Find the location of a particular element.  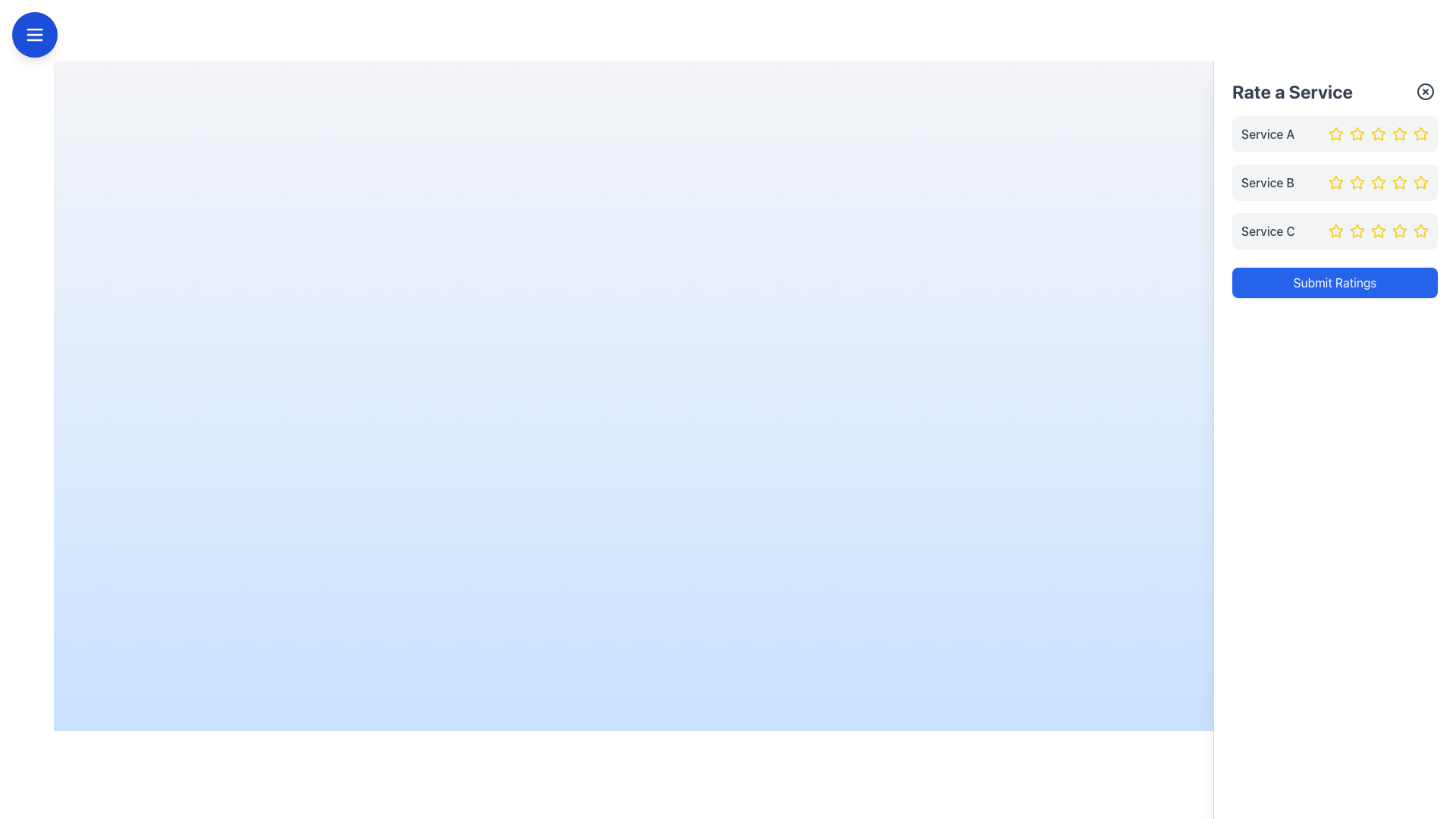

the second yellow star icon is located at coordinates (1357, 231).